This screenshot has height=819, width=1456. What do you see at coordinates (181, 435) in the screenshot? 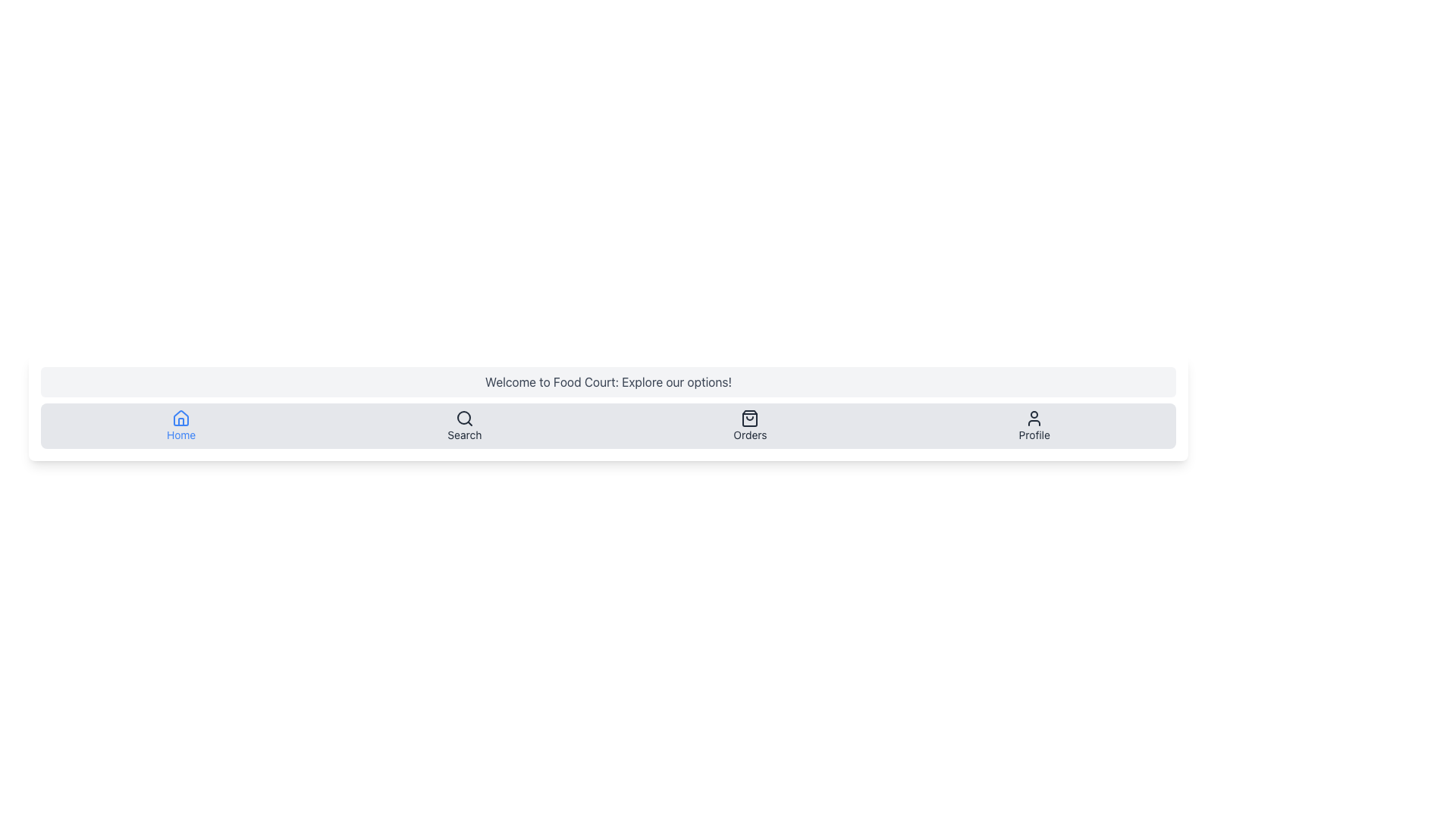
I see `the 'Home' text label in the bottom navigation bar, which is styled in small-sized blue font and positioned beneath the house icon` at bounding box center [181, 435].